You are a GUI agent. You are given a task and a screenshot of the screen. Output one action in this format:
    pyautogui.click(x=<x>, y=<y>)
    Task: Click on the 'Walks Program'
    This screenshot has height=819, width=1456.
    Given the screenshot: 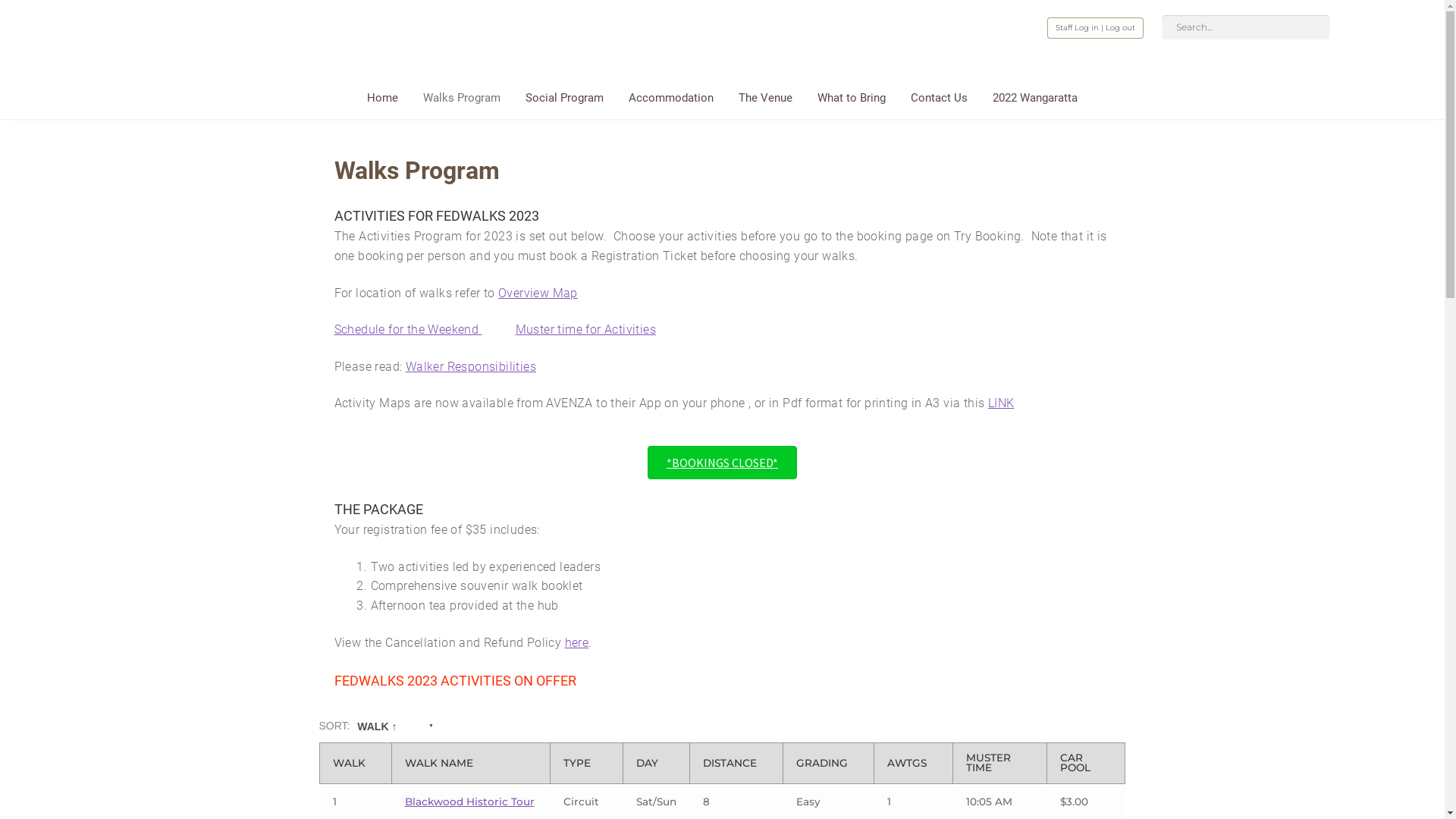 What is the action you would take?
    pyautogui.click(x=461, y=102)
    